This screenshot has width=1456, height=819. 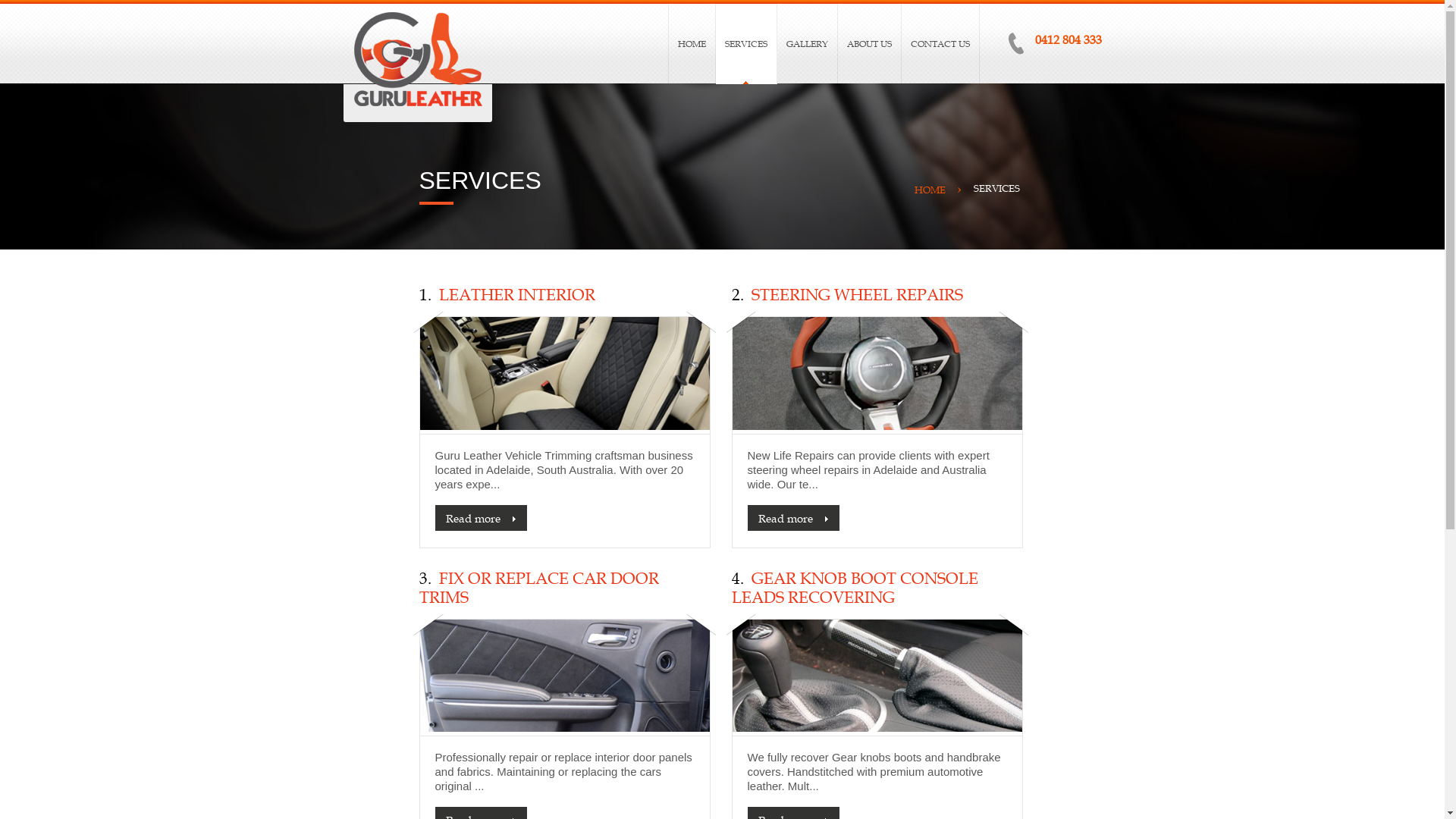 I want to click on 'Read more', so click(x=480, y=516).